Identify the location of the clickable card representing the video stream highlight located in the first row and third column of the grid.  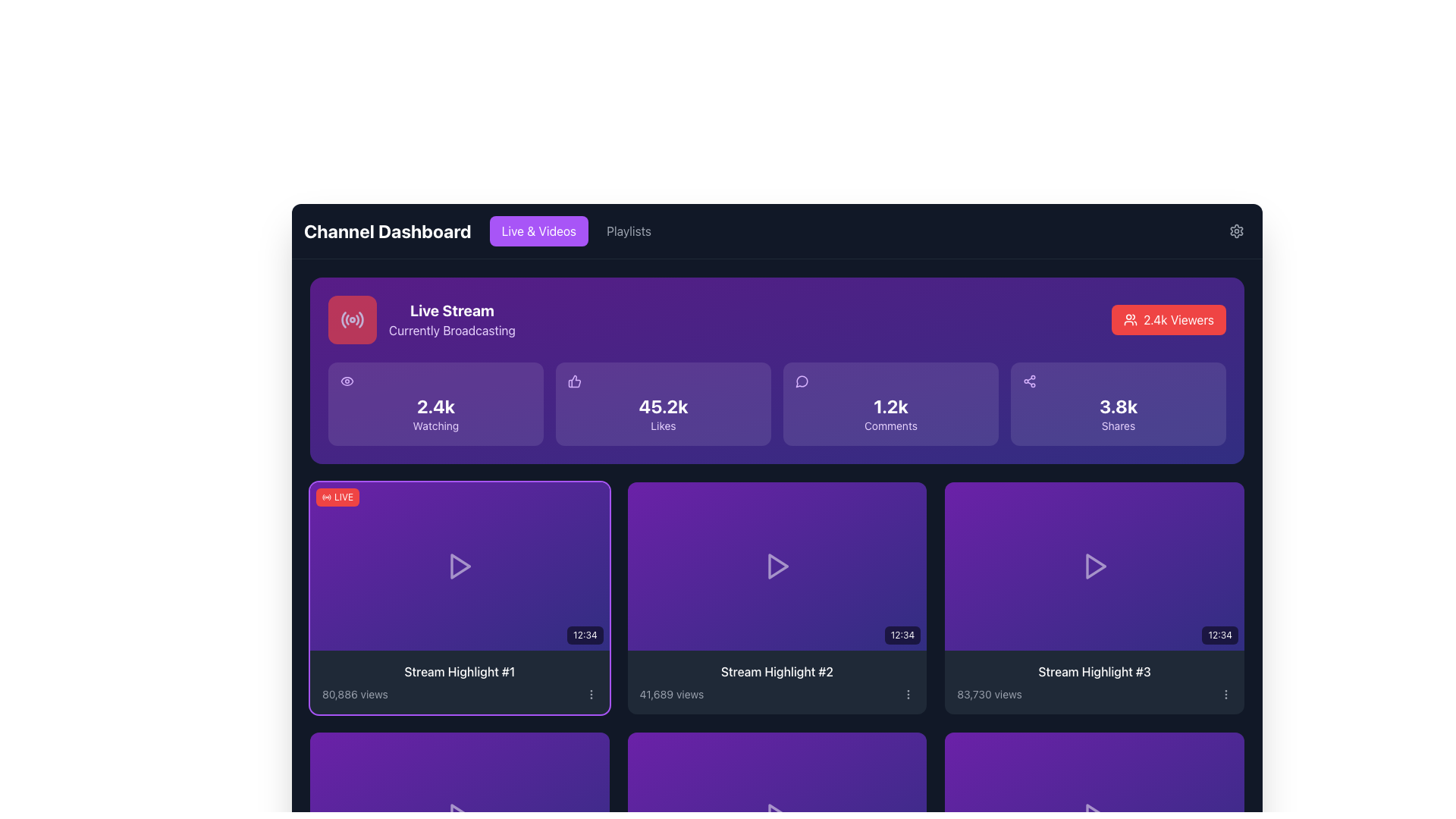
(1094, 598).